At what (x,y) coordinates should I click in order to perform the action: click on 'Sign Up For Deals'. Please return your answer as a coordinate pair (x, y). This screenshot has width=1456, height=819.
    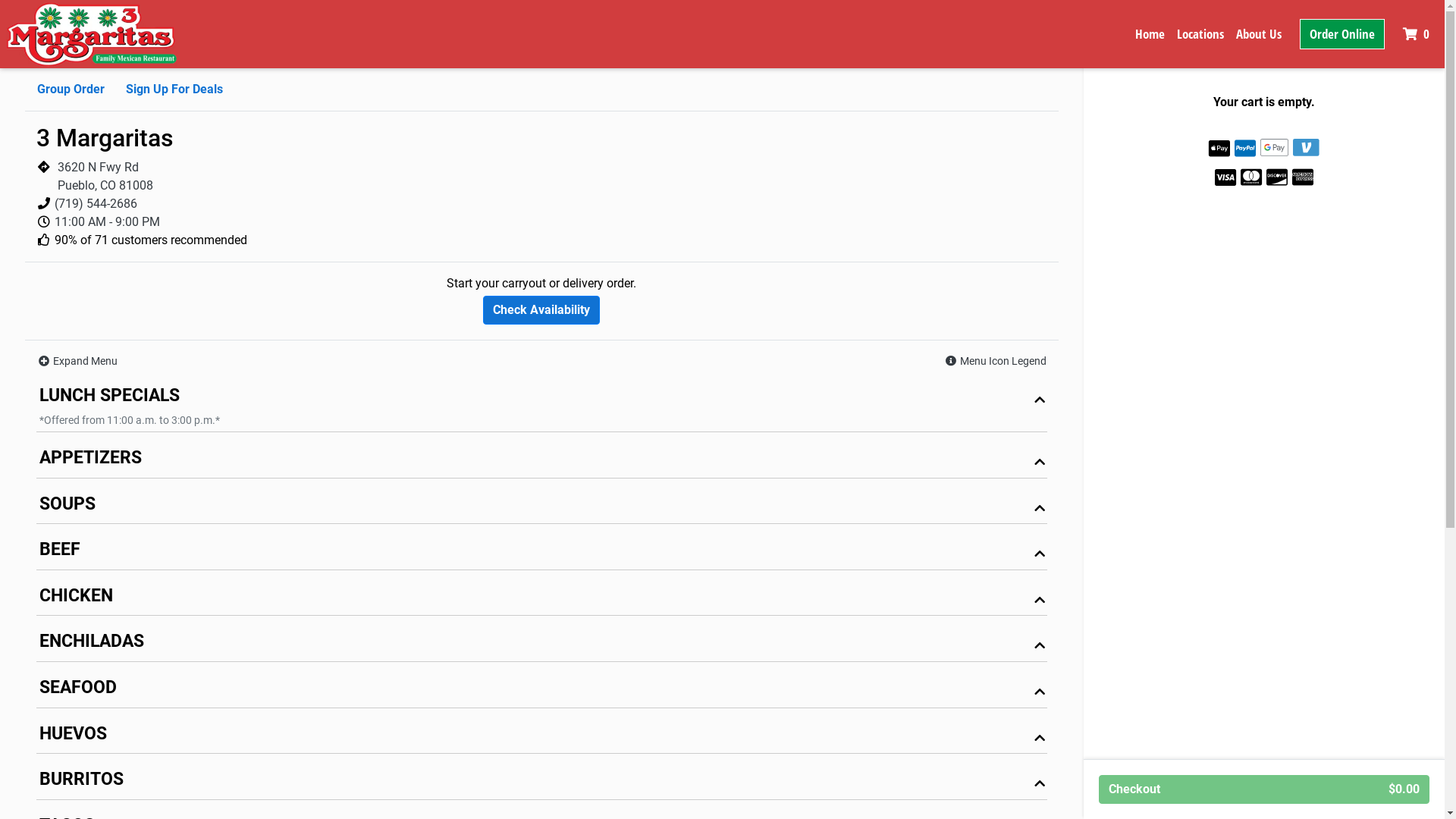
    Looking at the image, I should click on (126, 89).